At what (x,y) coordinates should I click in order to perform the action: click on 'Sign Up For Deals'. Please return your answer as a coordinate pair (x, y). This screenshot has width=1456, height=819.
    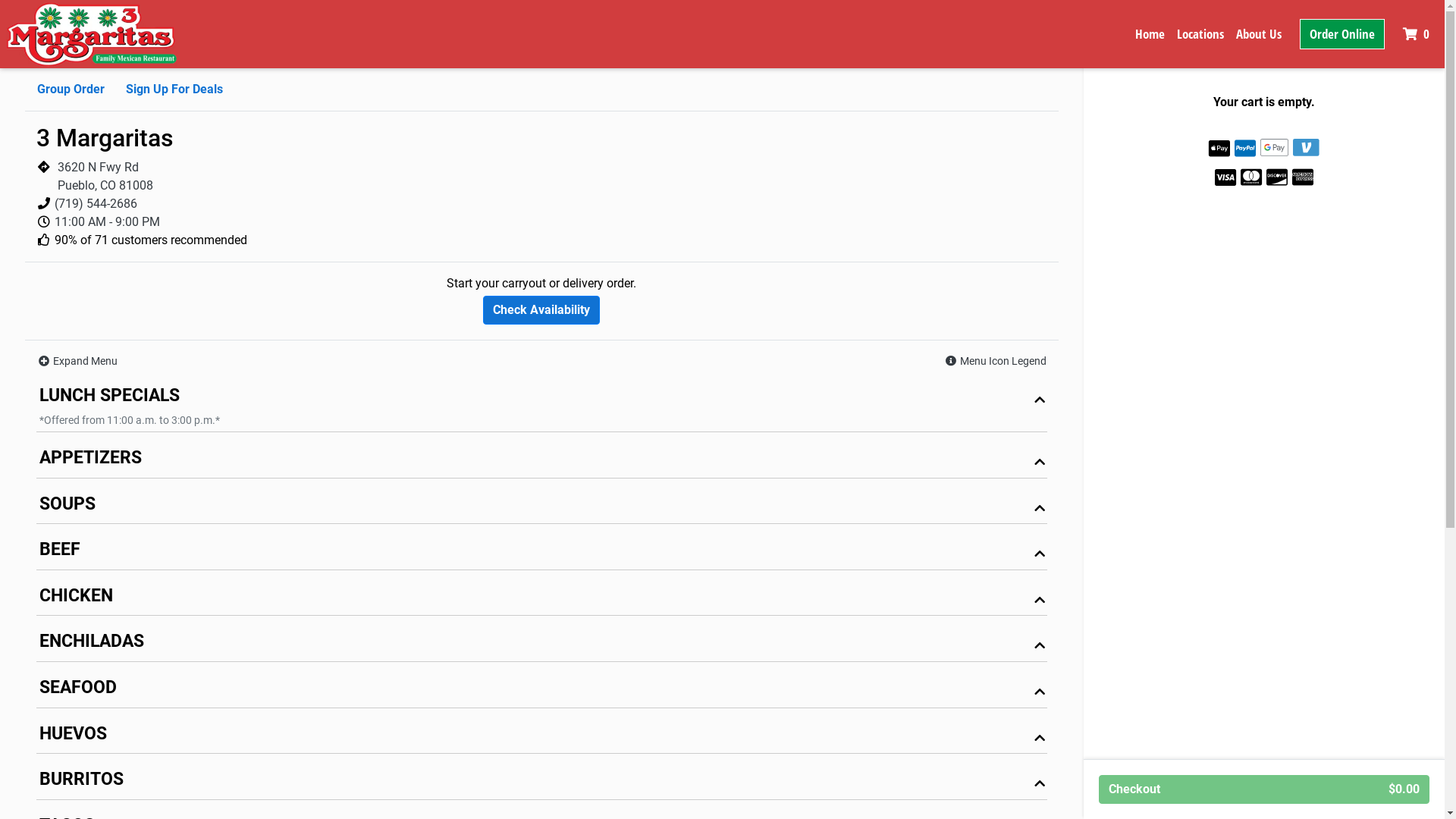
    Looking at the image, I should click on (126, 89).